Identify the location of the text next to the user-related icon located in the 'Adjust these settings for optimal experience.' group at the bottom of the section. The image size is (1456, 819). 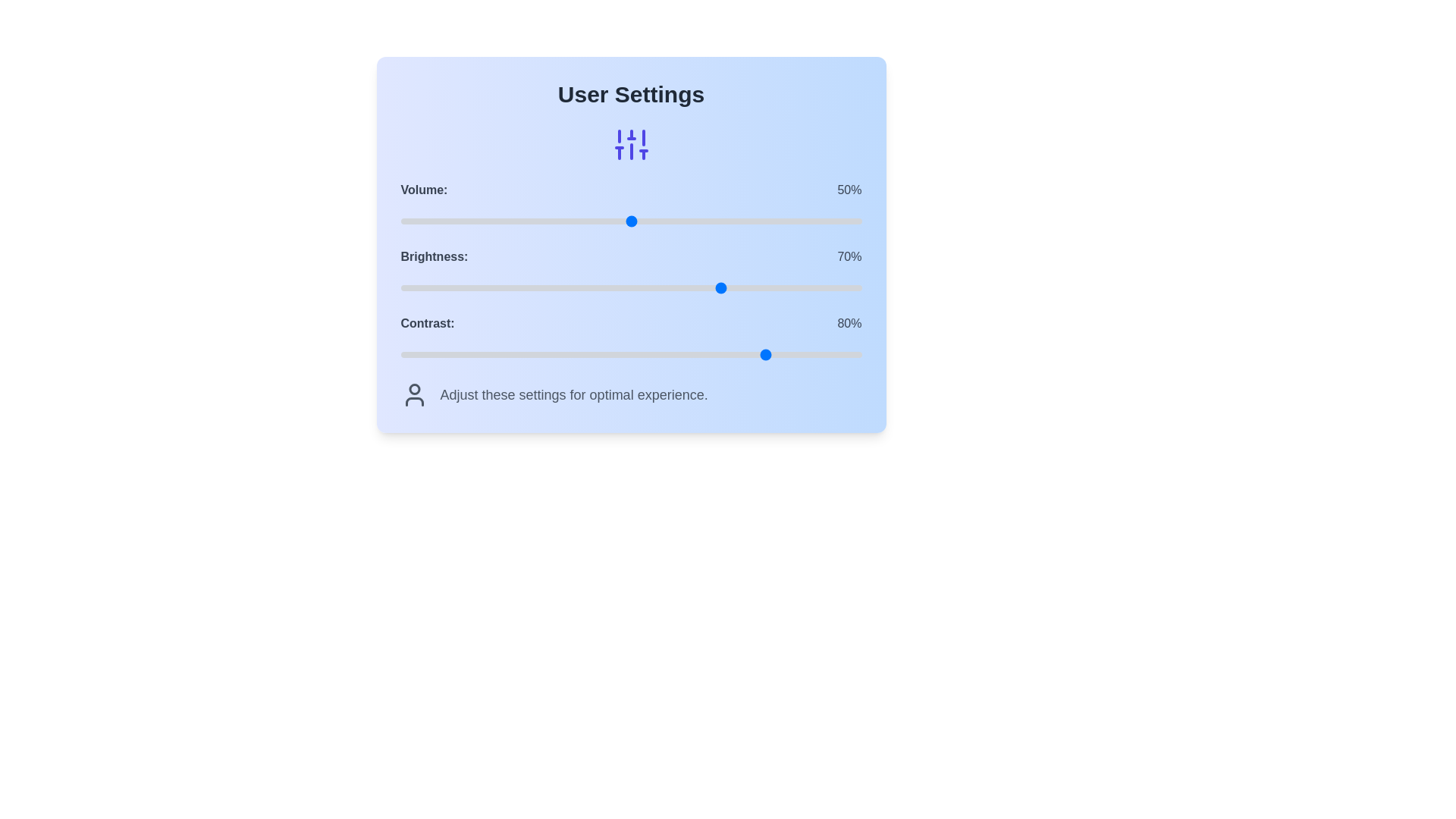
(414, 394).